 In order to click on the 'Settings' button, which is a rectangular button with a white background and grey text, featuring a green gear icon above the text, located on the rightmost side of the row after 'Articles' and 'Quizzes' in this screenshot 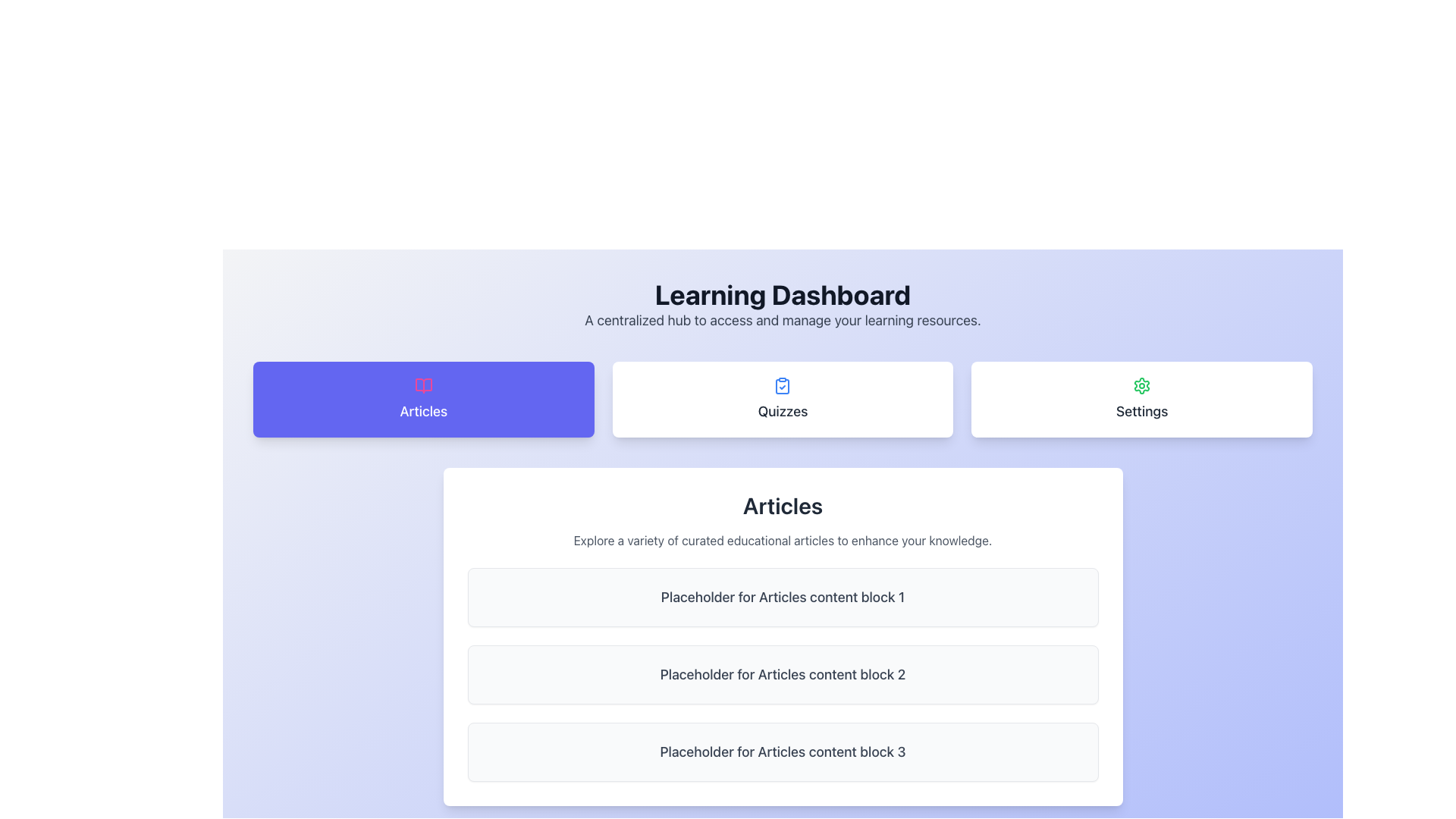, I will do `click(1142, 399)`.